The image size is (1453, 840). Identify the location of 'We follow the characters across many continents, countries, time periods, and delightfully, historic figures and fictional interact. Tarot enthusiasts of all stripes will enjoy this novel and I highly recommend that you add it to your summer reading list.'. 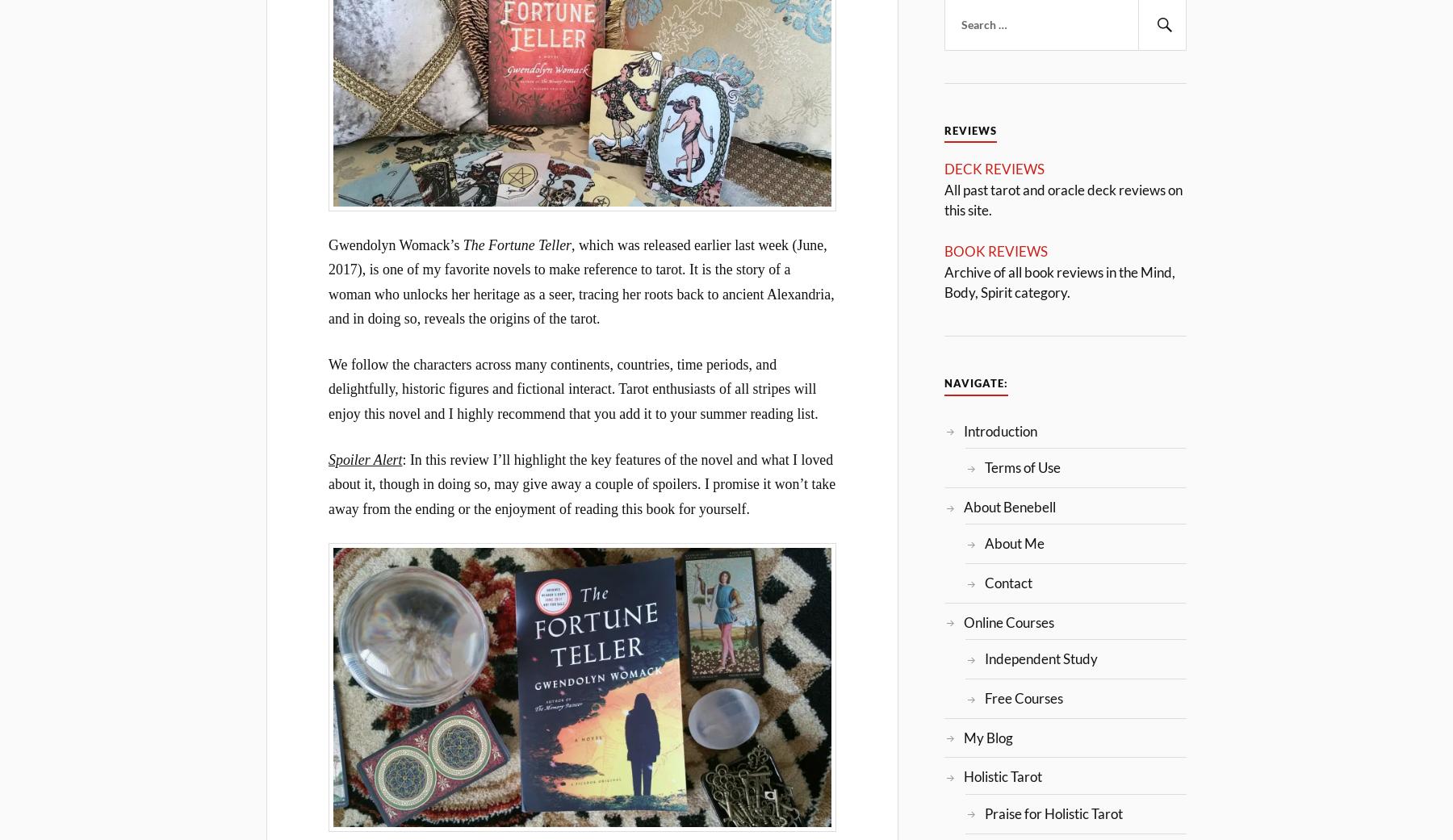
(572, 387).